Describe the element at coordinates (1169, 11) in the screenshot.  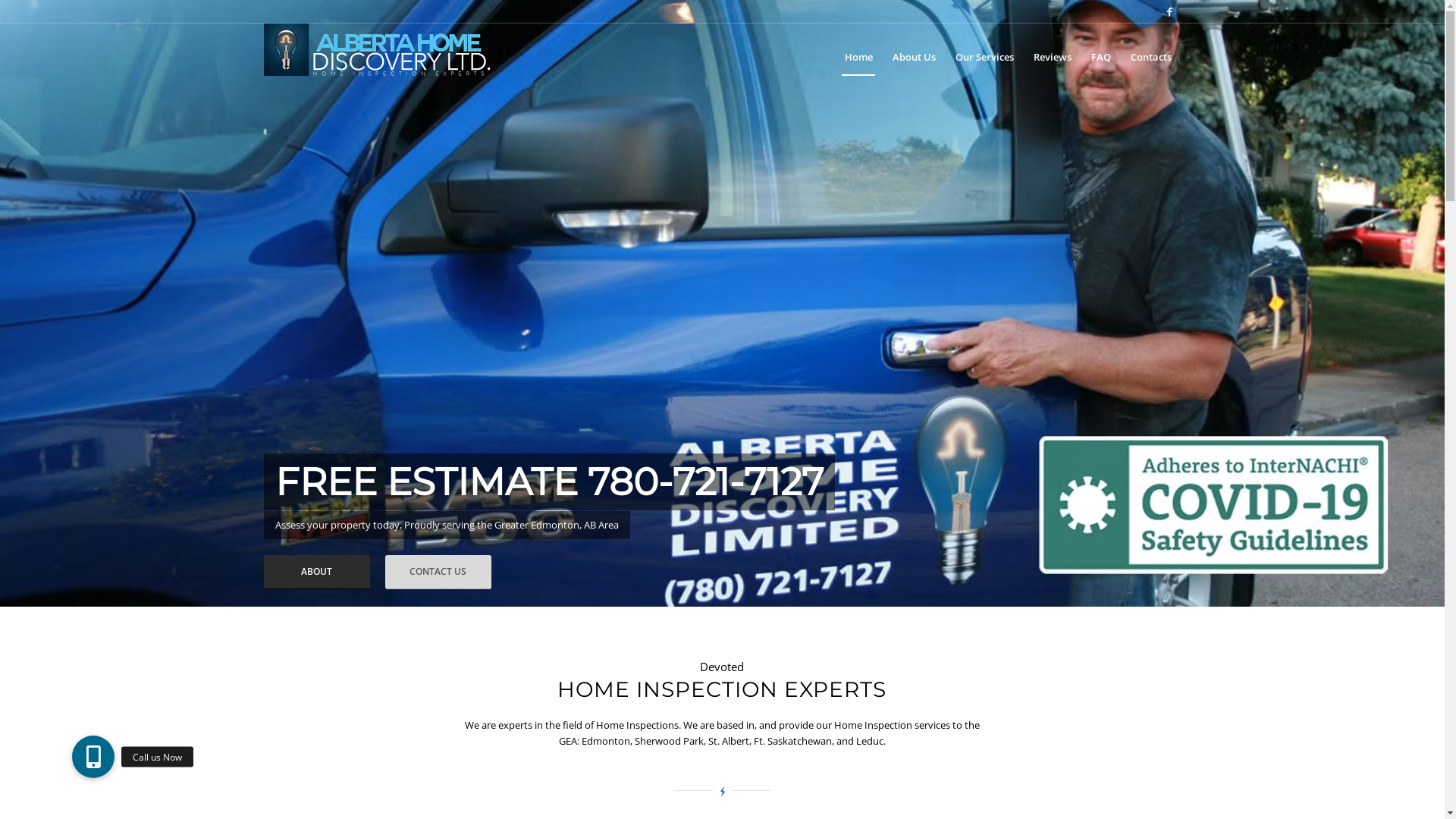
I see `'Facebook'` at that location.